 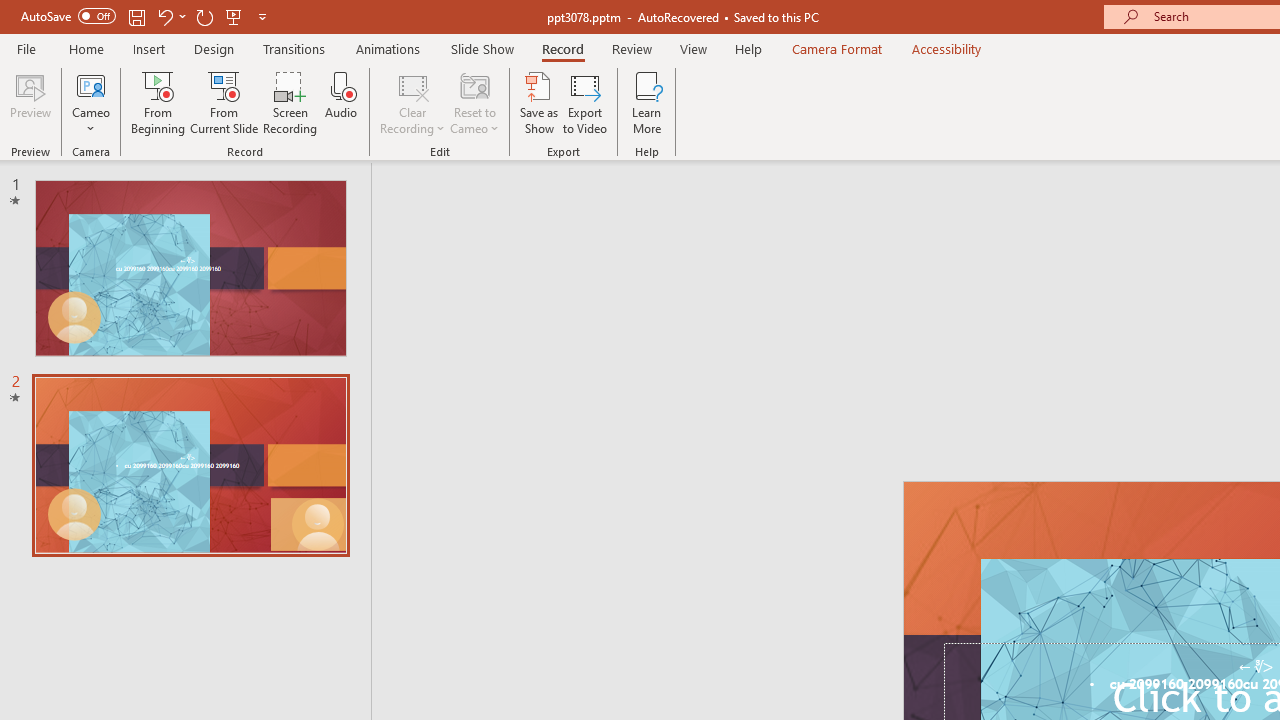 I want to click on 'Camera Format', so click(x=837, y=48).